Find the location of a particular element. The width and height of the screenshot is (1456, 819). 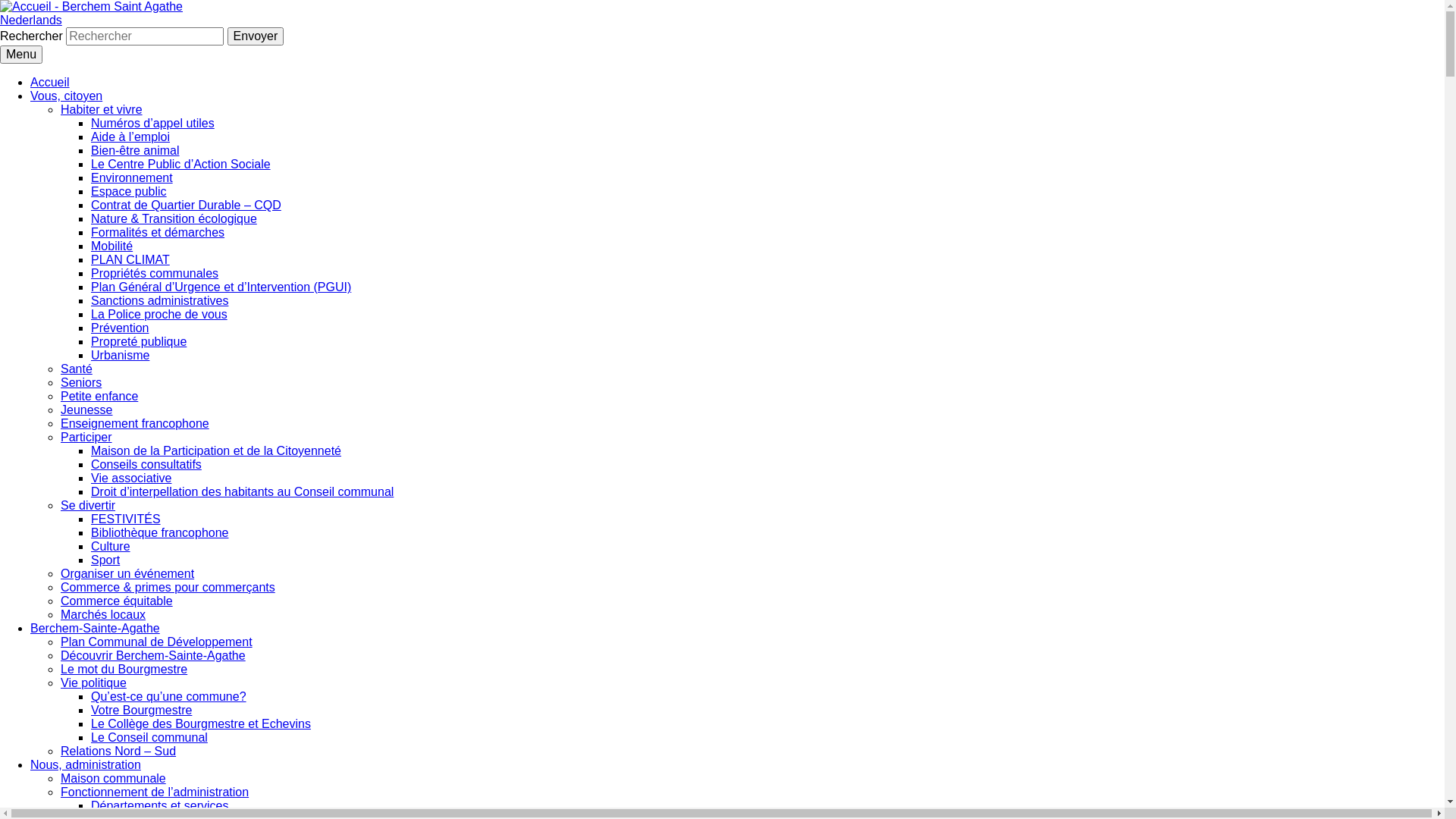

'Maison communale' is located at coordinates (112, 778).